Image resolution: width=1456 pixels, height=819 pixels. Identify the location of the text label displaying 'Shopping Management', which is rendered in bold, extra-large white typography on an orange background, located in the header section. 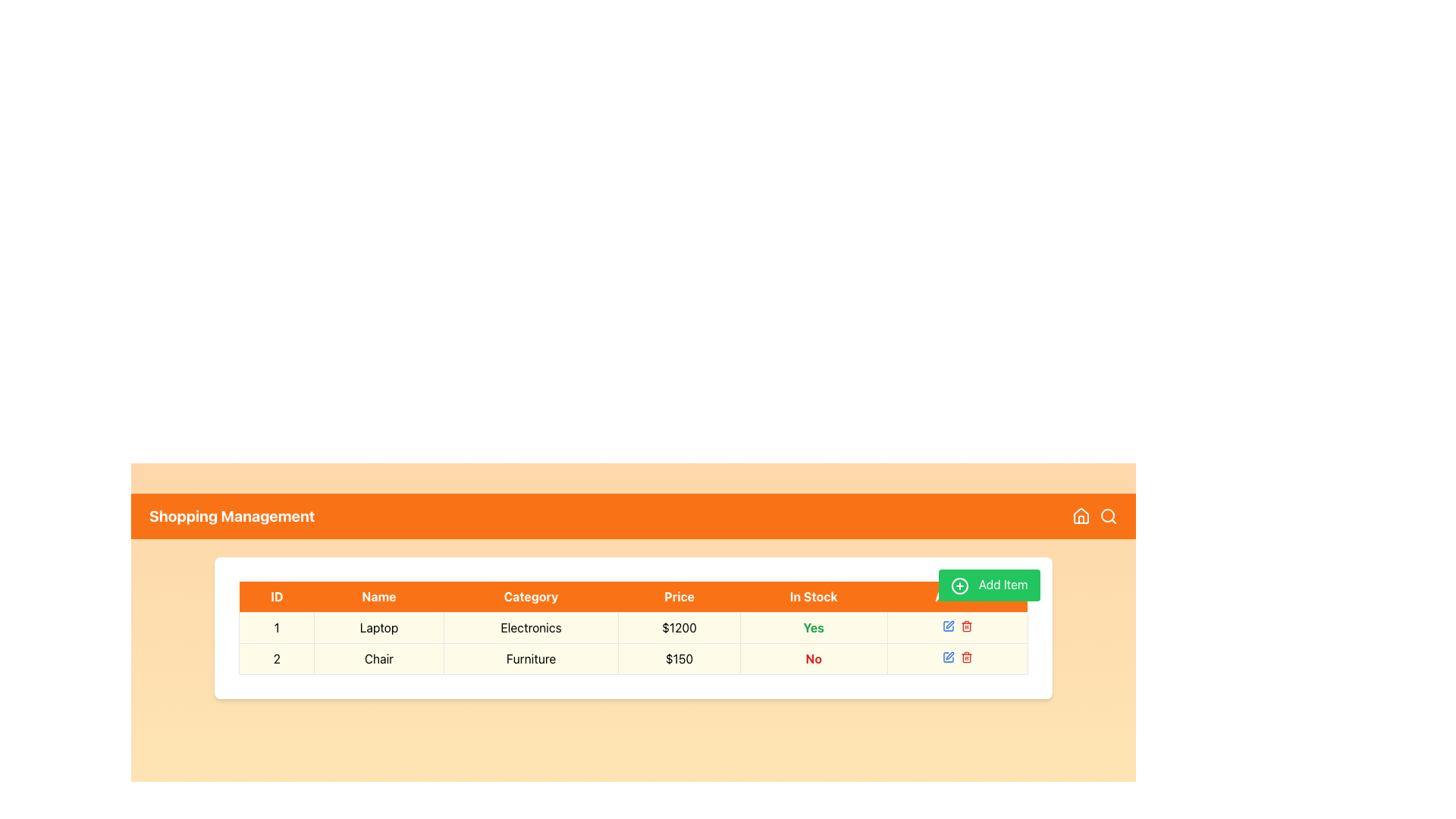
(231, 516).